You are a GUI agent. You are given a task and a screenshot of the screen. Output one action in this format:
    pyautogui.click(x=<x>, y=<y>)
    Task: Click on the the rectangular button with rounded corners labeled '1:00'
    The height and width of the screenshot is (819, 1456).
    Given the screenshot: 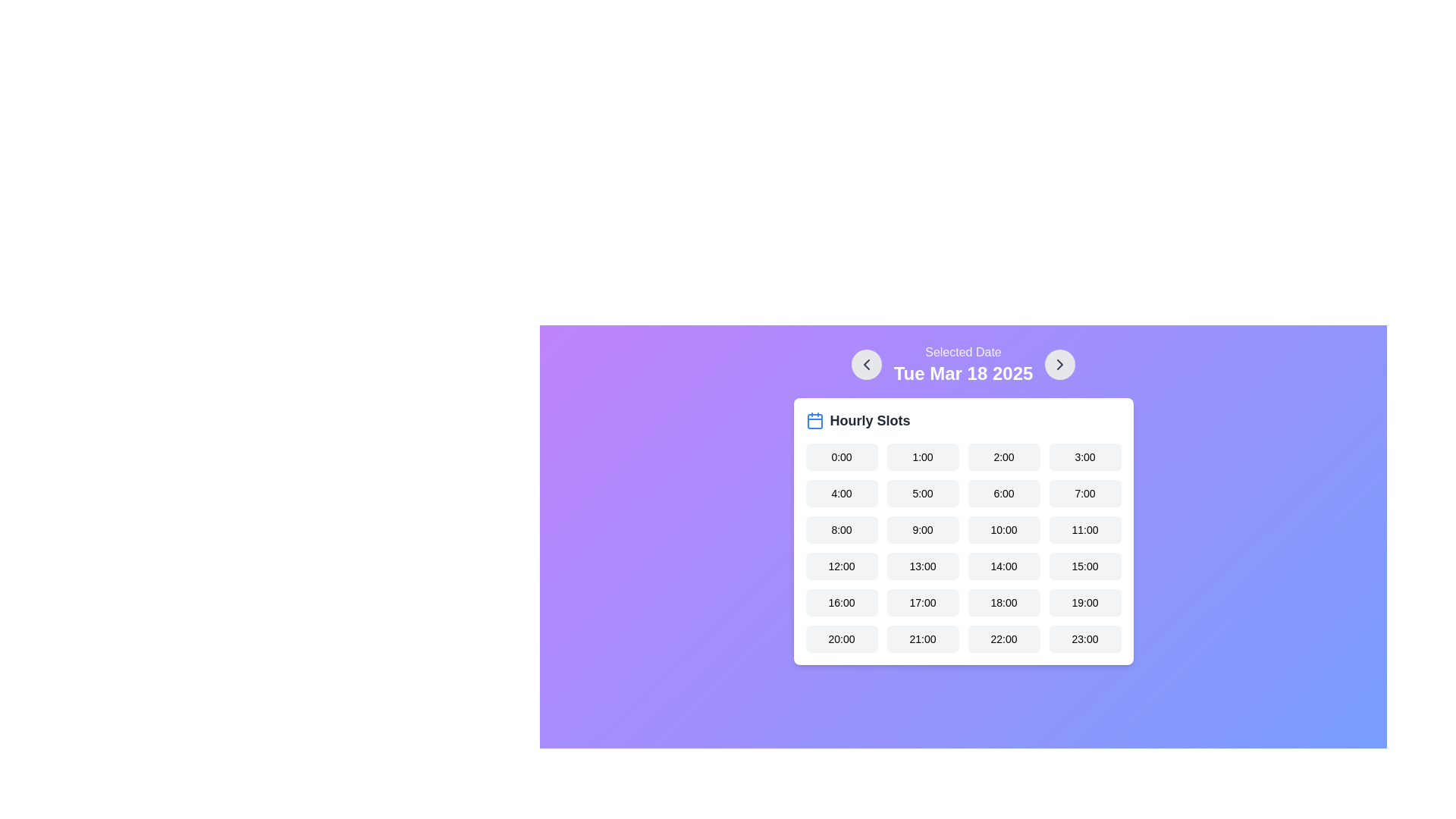 What is the action you would take?
    pyautogui.click(x=922, y=456)
    